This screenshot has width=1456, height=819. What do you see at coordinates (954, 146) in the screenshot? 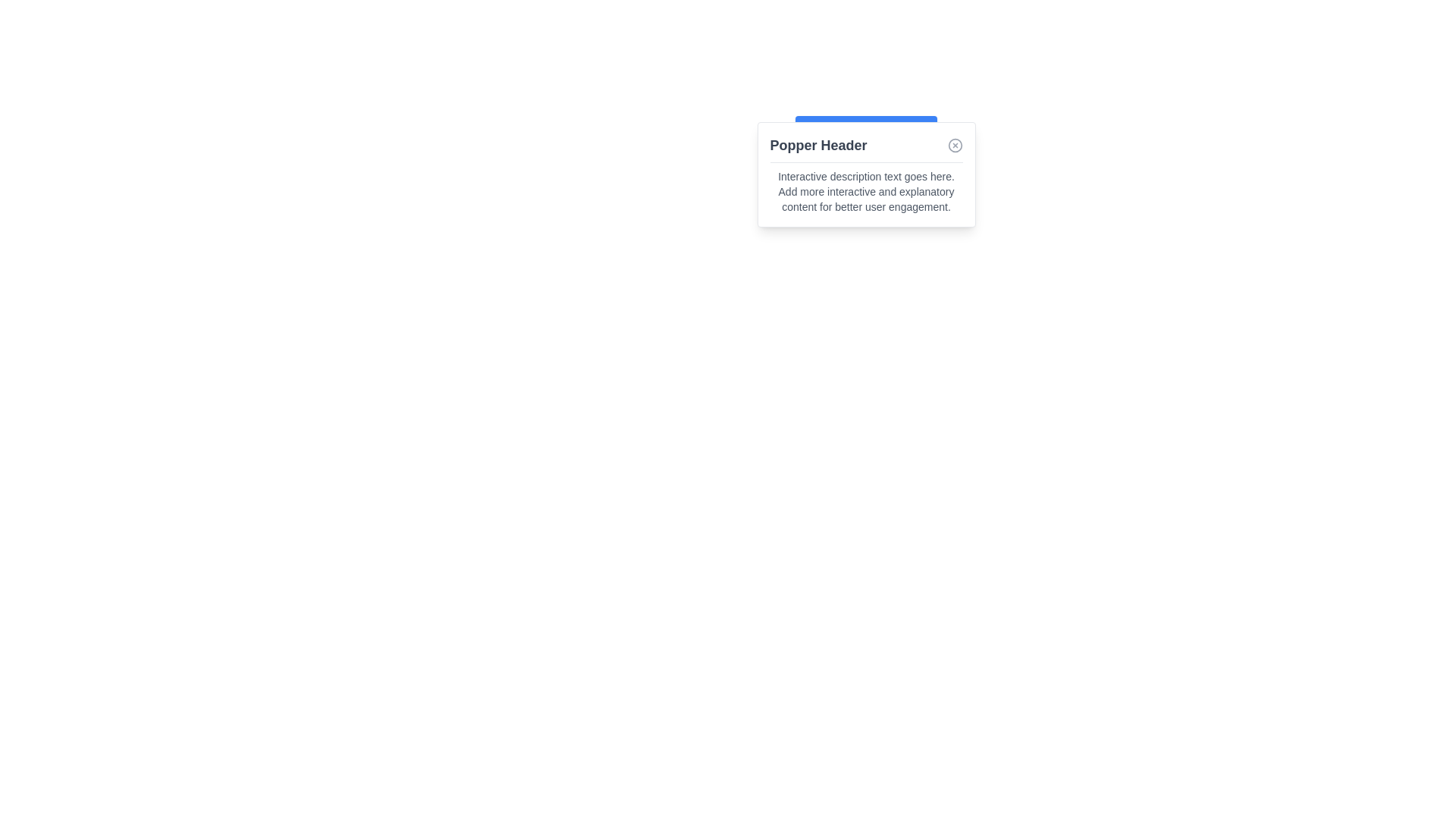
I see `the circular design within the SVG icon located at the top right corner of the modal window, adjacent to the header text 'Popper Header'` at bounding box center [954, 146].